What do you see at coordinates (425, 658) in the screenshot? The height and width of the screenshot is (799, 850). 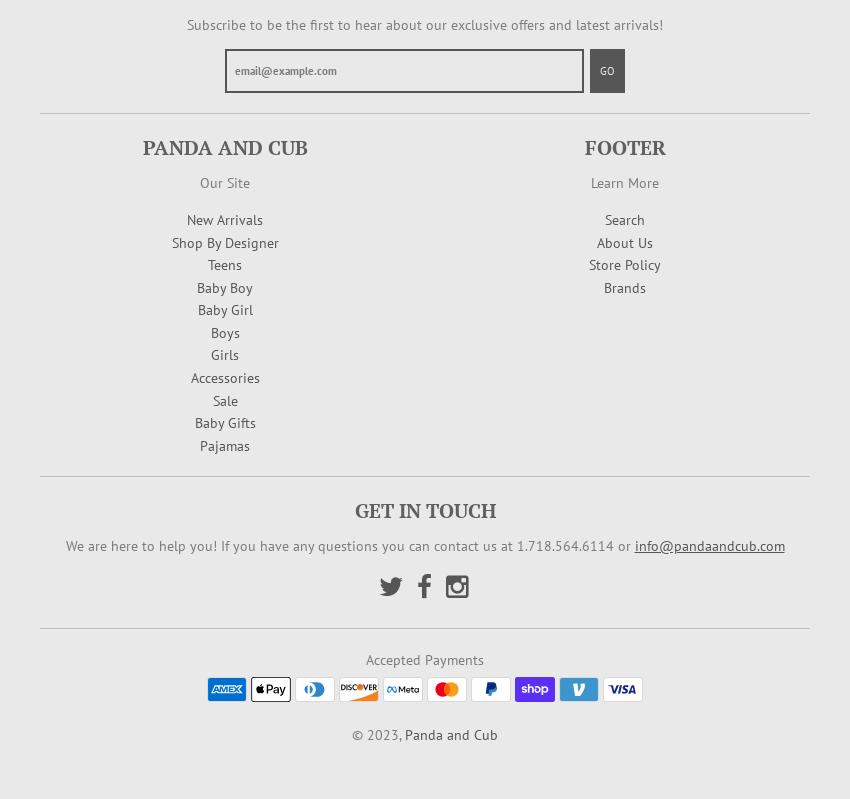 I see `'Accepted Payments'` at bounding box center [425, 658].